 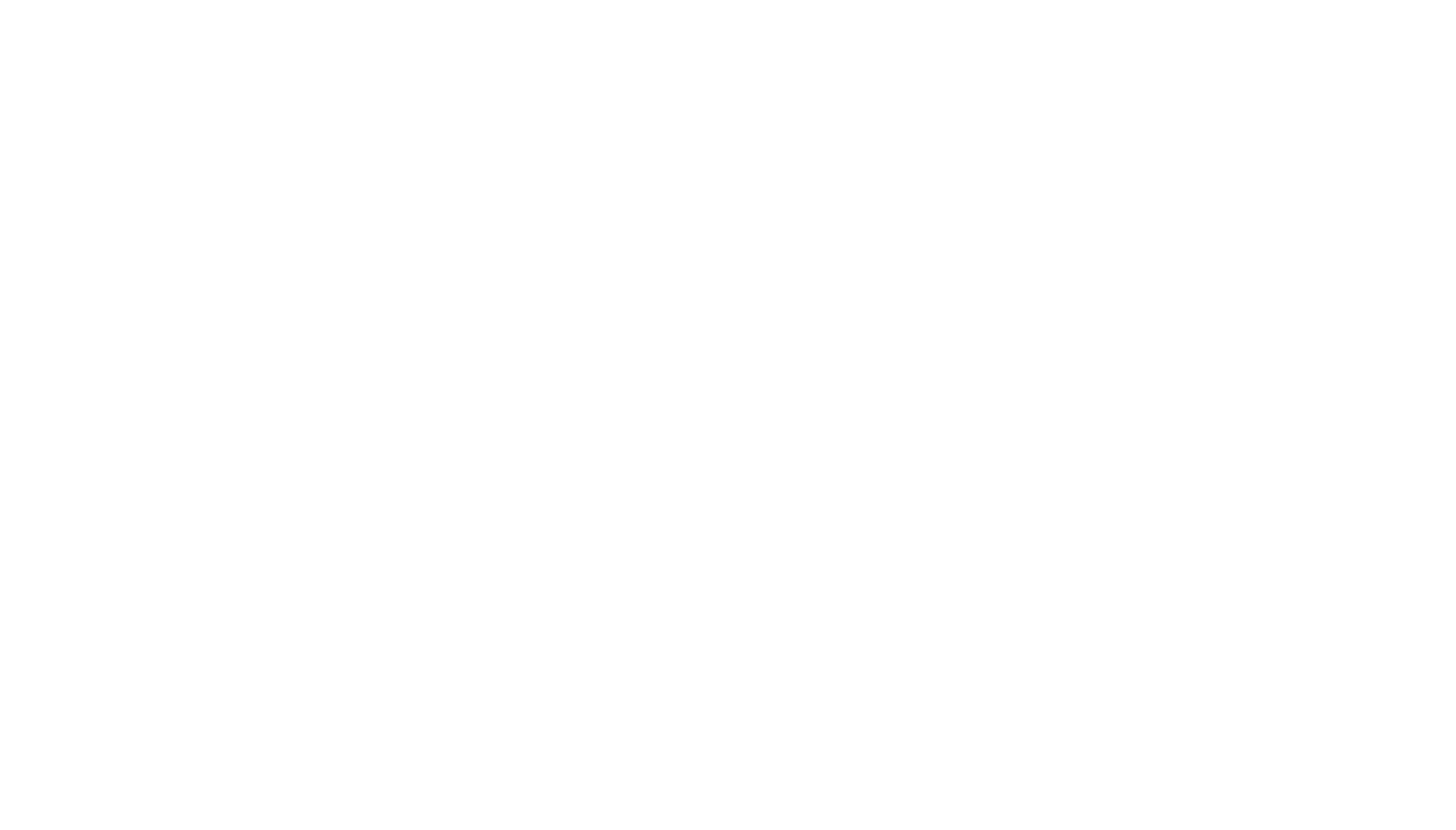 I want to click on 'served with rice, beans and 16 flour or corn tortillas (serves 6 to 8) for $55.00', so click(x=364, y=124).